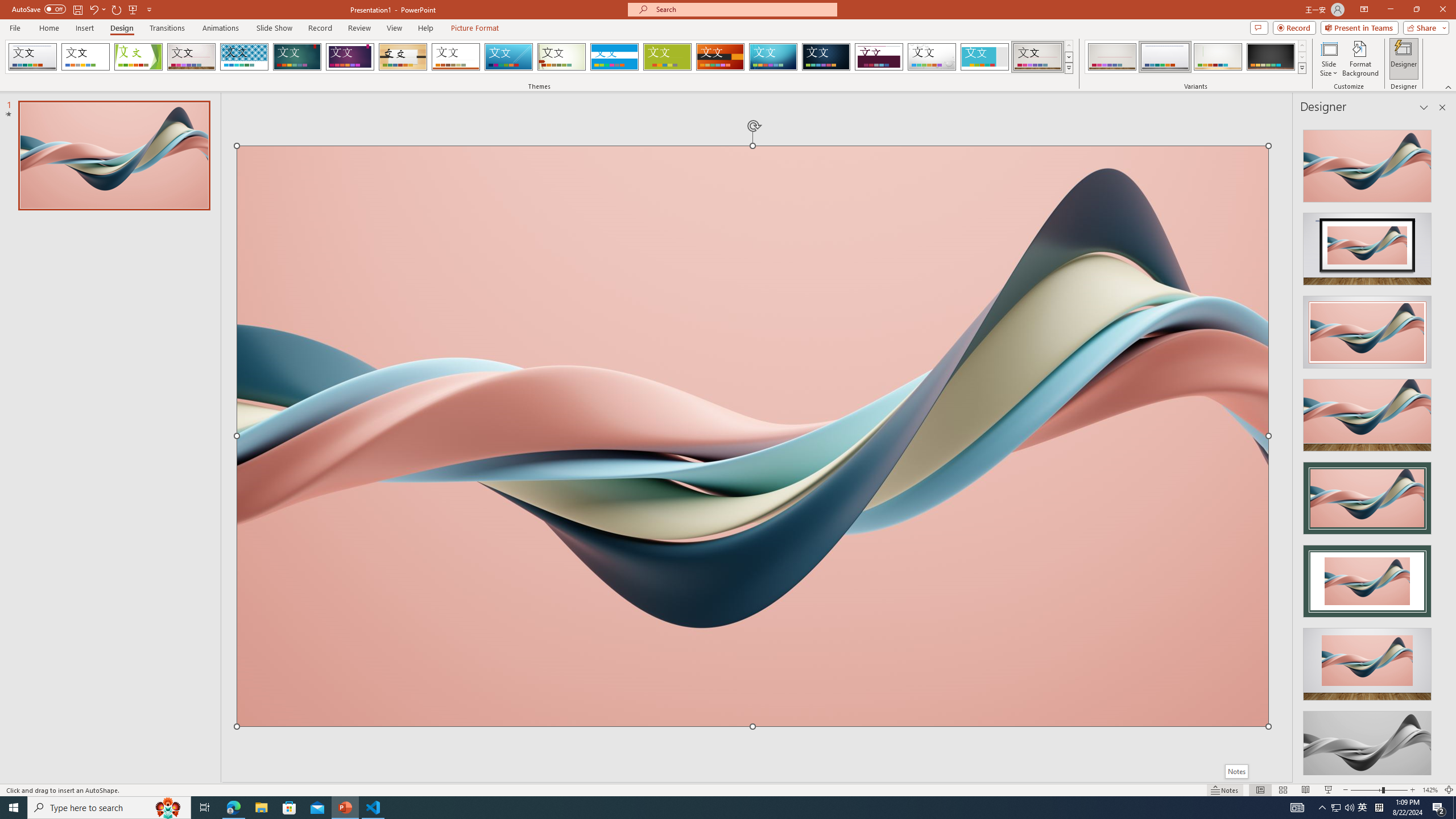 The height and width of the screenshot is (819, 1456). I want to click on 'Droplet', so click(932, 56).